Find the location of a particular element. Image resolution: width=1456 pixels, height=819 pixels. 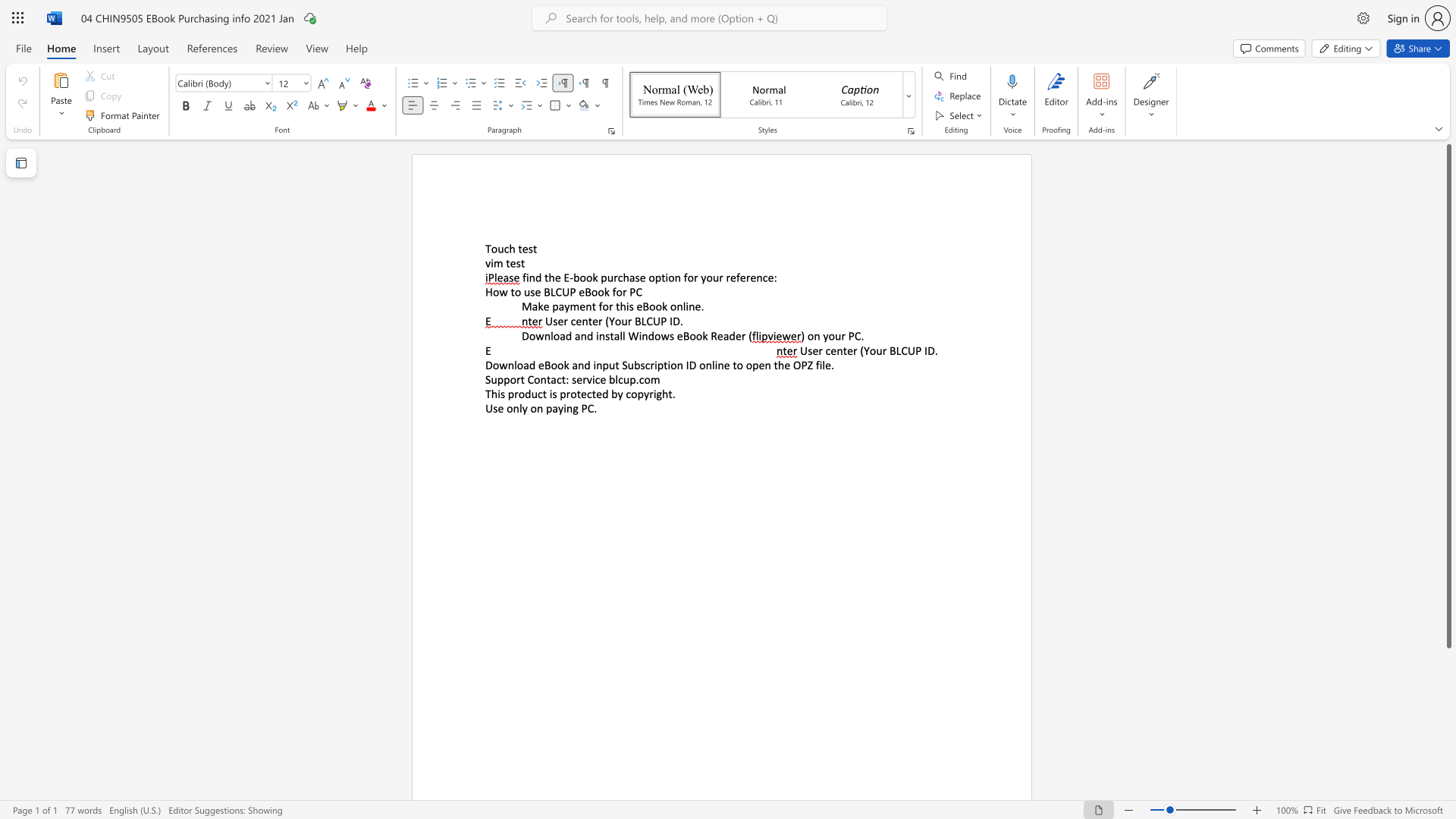

the 4th character "e" in the text is located at coordinates (787, 365).